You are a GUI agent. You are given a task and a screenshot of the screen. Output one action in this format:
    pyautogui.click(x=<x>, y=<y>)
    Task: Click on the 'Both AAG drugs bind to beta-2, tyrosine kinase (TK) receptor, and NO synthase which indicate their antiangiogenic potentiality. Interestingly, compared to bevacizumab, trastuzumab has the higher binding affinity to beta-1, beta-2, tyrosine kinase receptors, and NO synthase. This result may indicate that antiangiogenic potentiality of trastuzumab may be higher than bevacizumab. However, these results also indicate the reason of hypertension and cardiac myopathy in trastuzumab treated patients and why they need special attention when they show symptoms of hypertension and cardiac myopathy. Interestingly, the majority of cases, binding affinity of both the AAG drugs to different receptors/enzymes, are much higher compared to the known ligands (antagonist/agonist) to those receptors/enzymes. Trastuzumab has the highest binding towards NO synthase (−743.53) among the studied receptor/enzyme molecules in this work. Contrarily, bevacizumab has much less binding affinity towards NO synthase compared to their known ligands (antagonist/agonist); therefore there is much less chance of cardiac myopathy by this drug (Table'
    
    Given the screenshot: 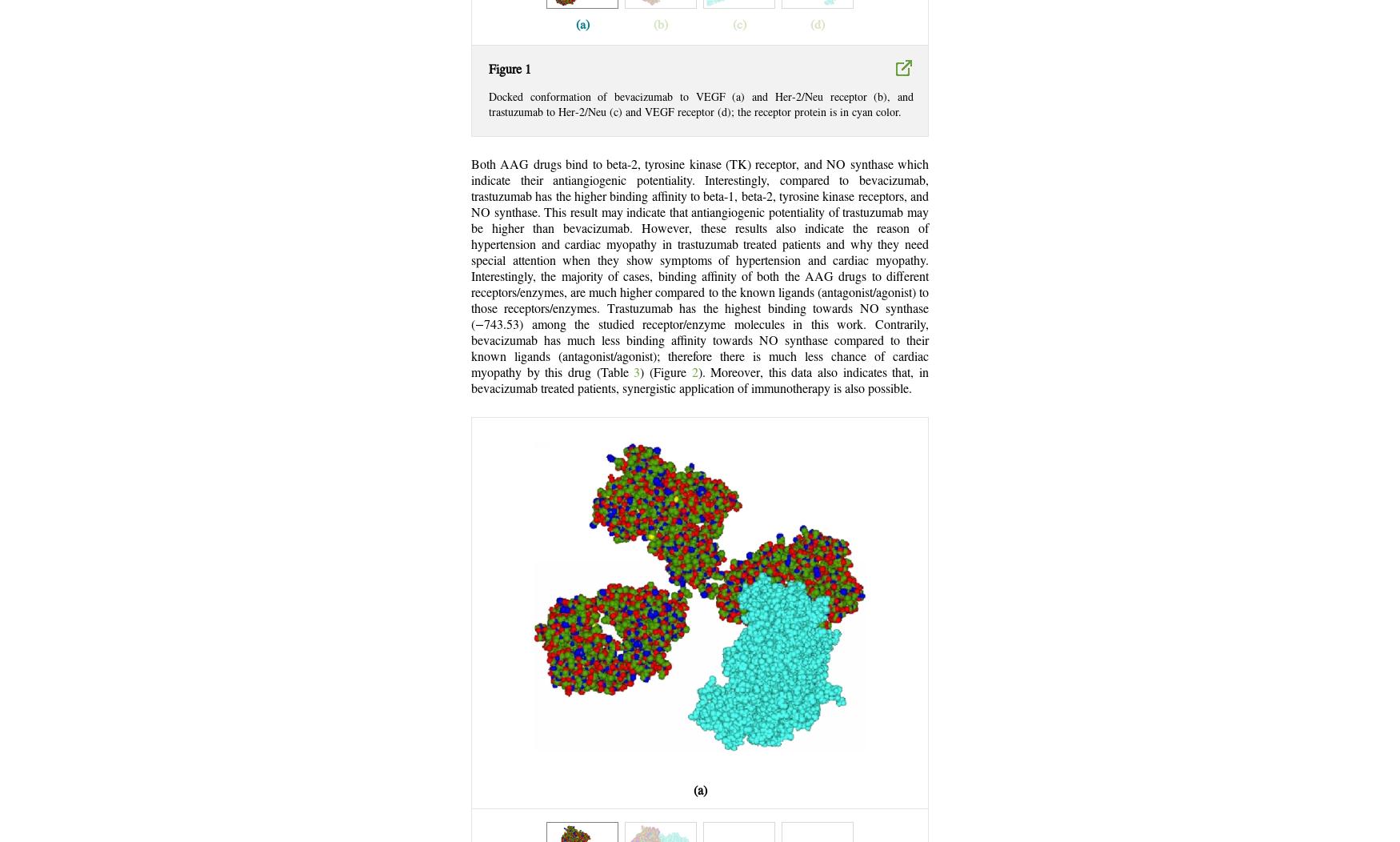 What is the action you would take?
    pyautogui.click(x=700, y=268)
    